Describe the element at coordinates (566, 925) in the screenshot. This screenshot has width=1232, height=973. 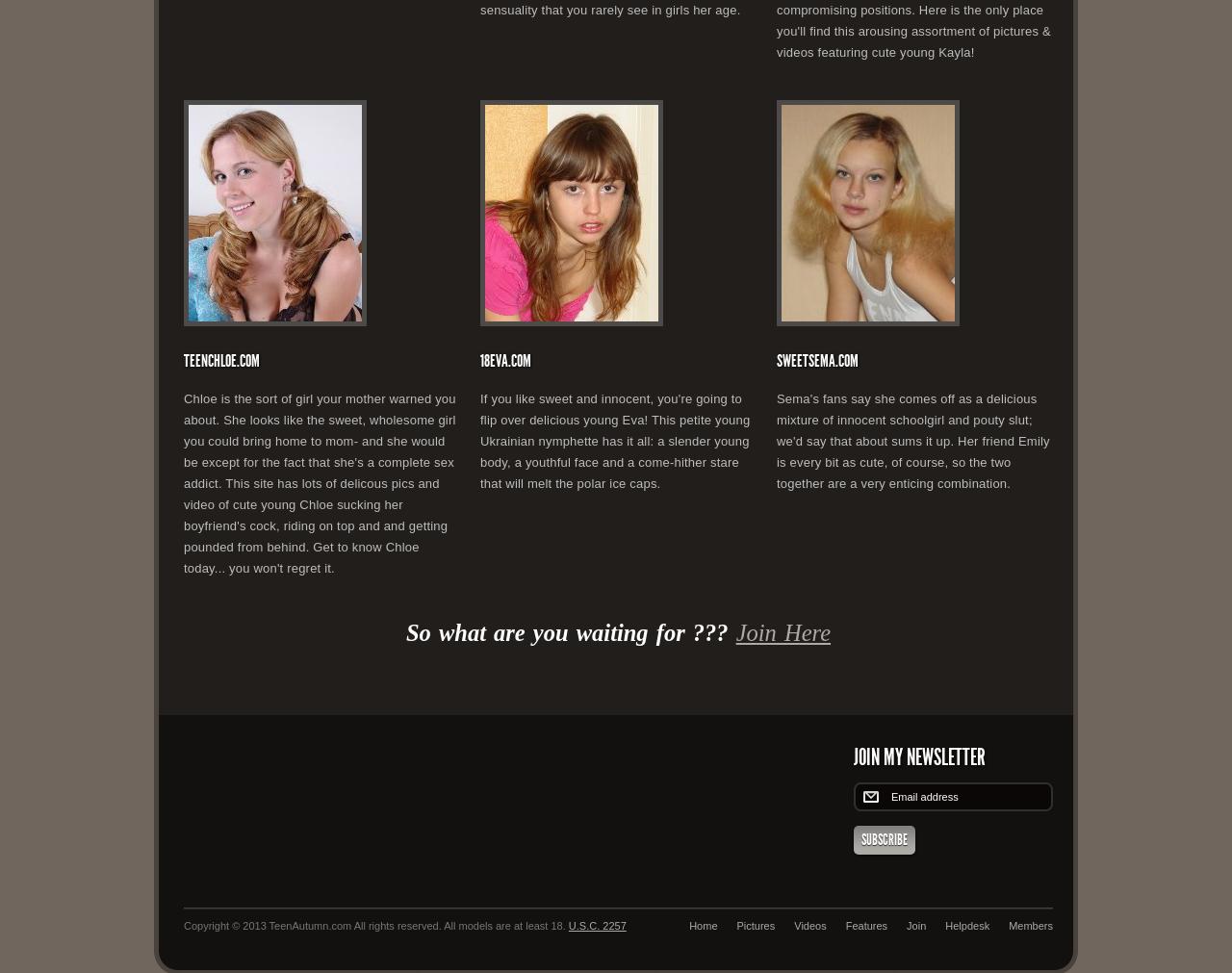
I see `'U.S.C. 2257'` at that location.